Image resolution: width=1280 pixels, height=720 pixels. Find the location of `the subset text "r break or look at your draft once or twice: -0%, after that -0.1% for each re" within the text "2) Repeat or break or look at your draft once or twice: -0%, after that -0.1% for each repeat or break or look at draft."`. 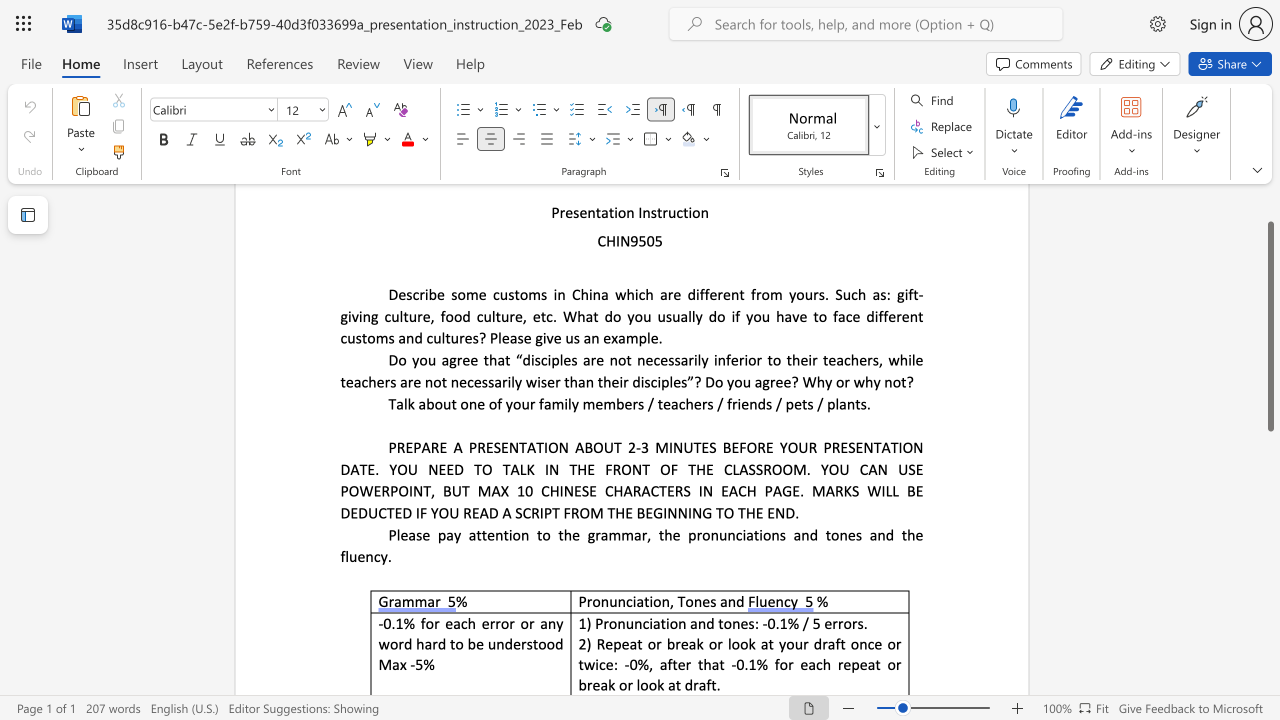

the subset text "r break or look at your draft once or twice: -0%, after that -0.1% for each re" within the text "2) Repeat or break or look at your draft once or twice: -0%, after that -0.1% for each repeat or break or look at draft." is located at coordinates (656, 644).